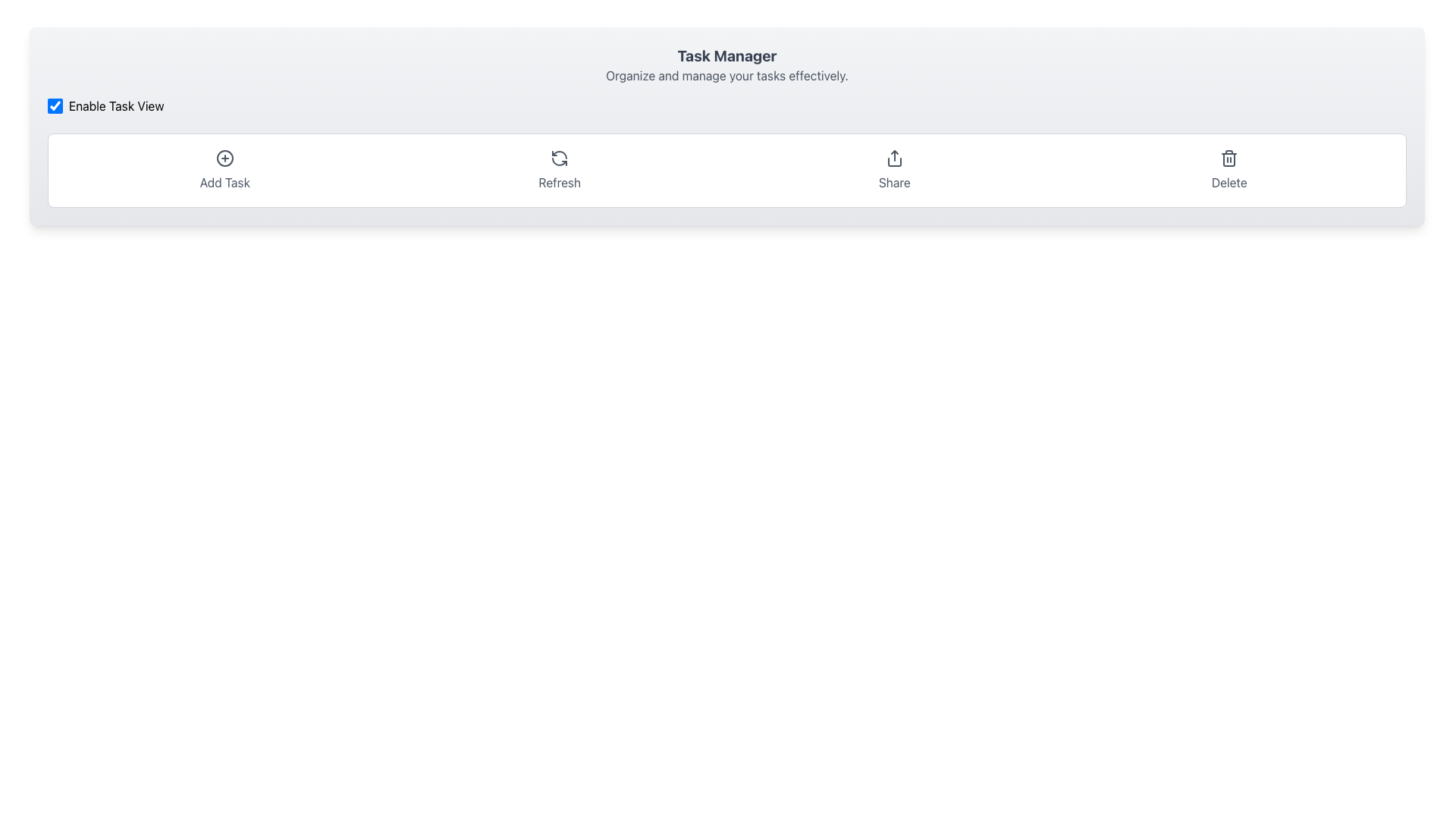  What do you see at coordinates (894, 181) in the screenshot?
I see `the 'Share' text label, which is styled in gray and positioned beneath an upward arrow icon in a horizontal line of interactive elements` at bounding box center [894, 181].